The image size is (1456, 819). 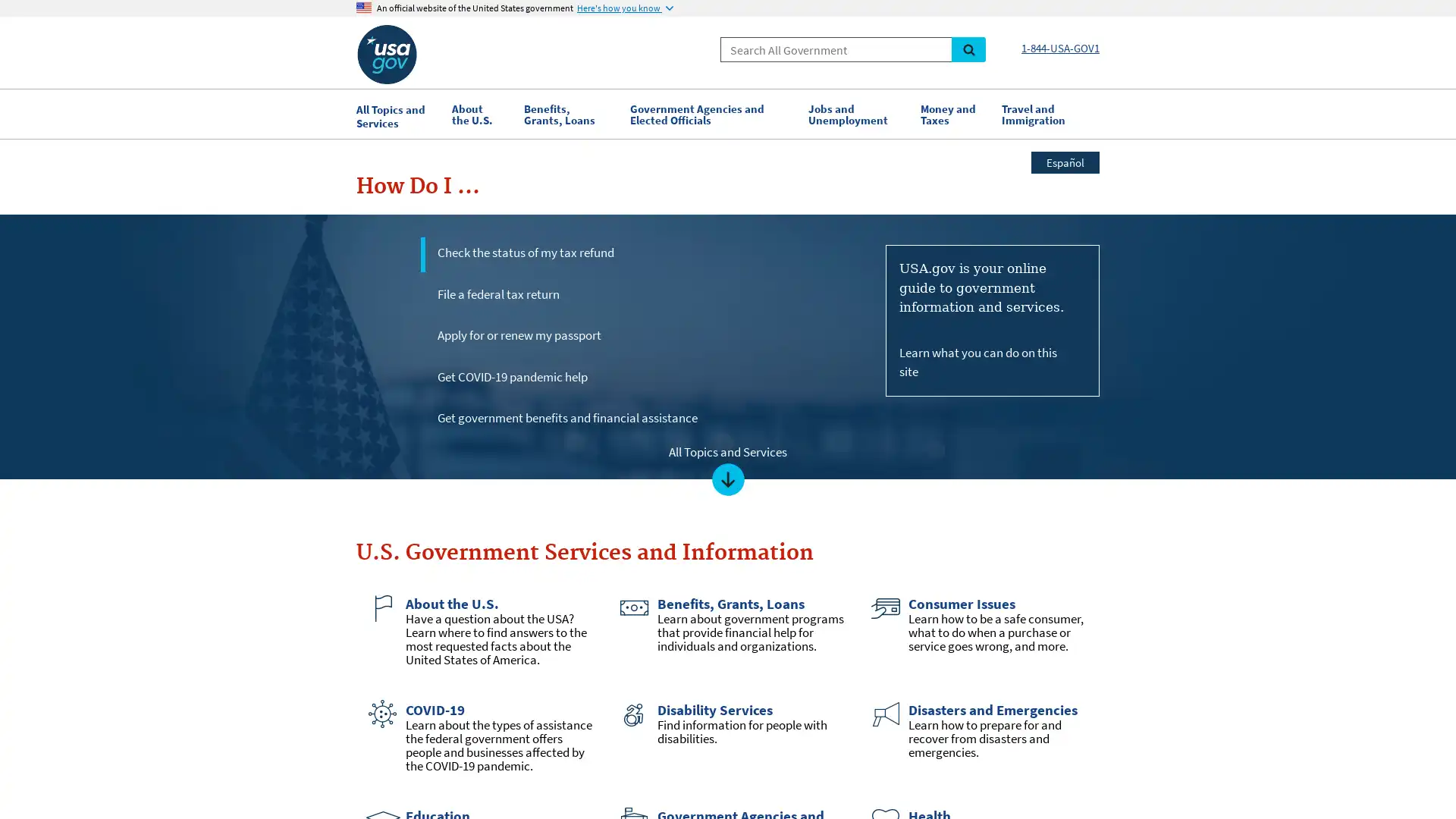 I want to click on Benefits, Grants, Loans, so click(x=568, y=113).